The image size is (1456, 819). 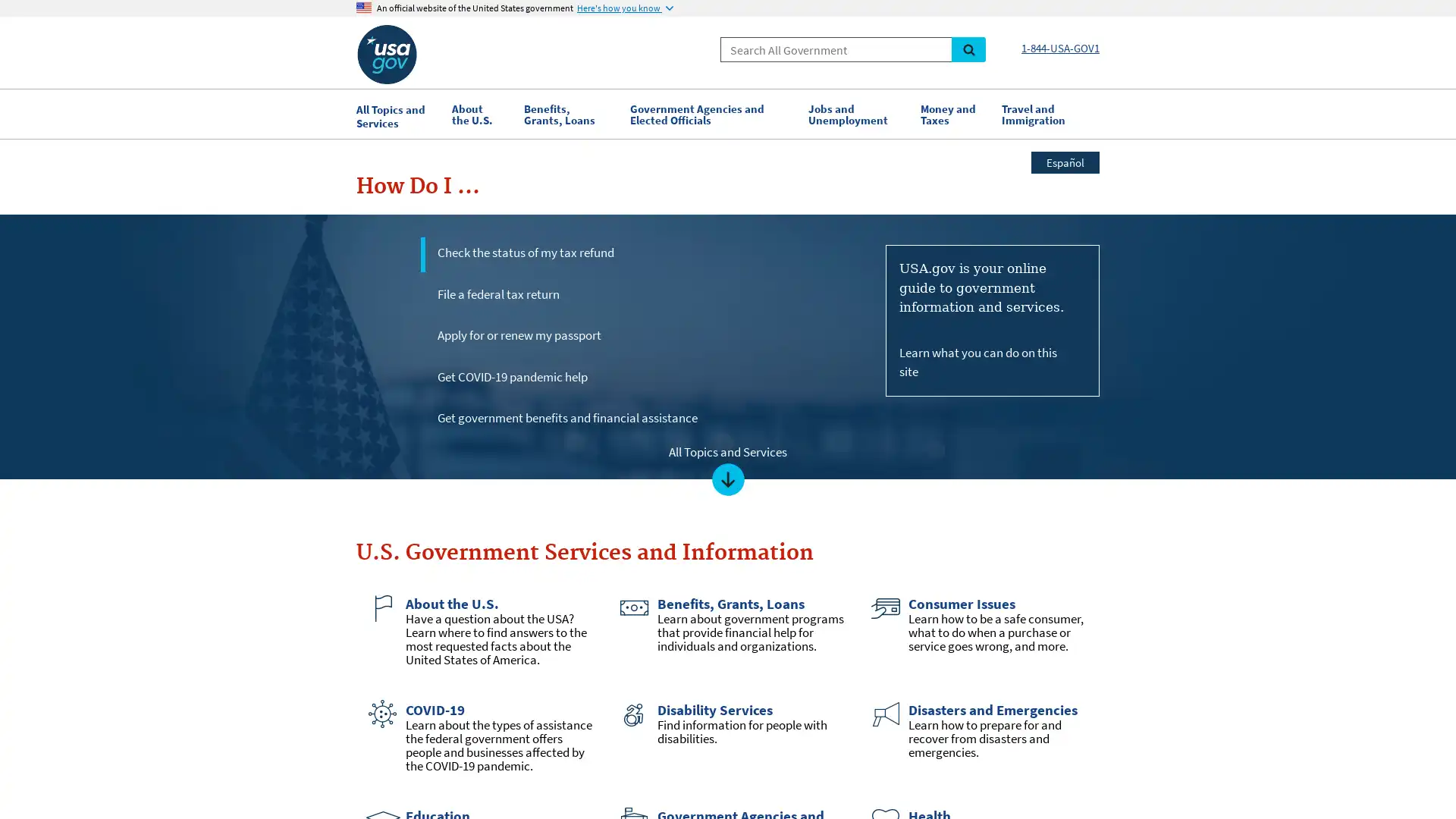 I want to click on Benefits, Grants, Loans, so click(x=568, y=113).